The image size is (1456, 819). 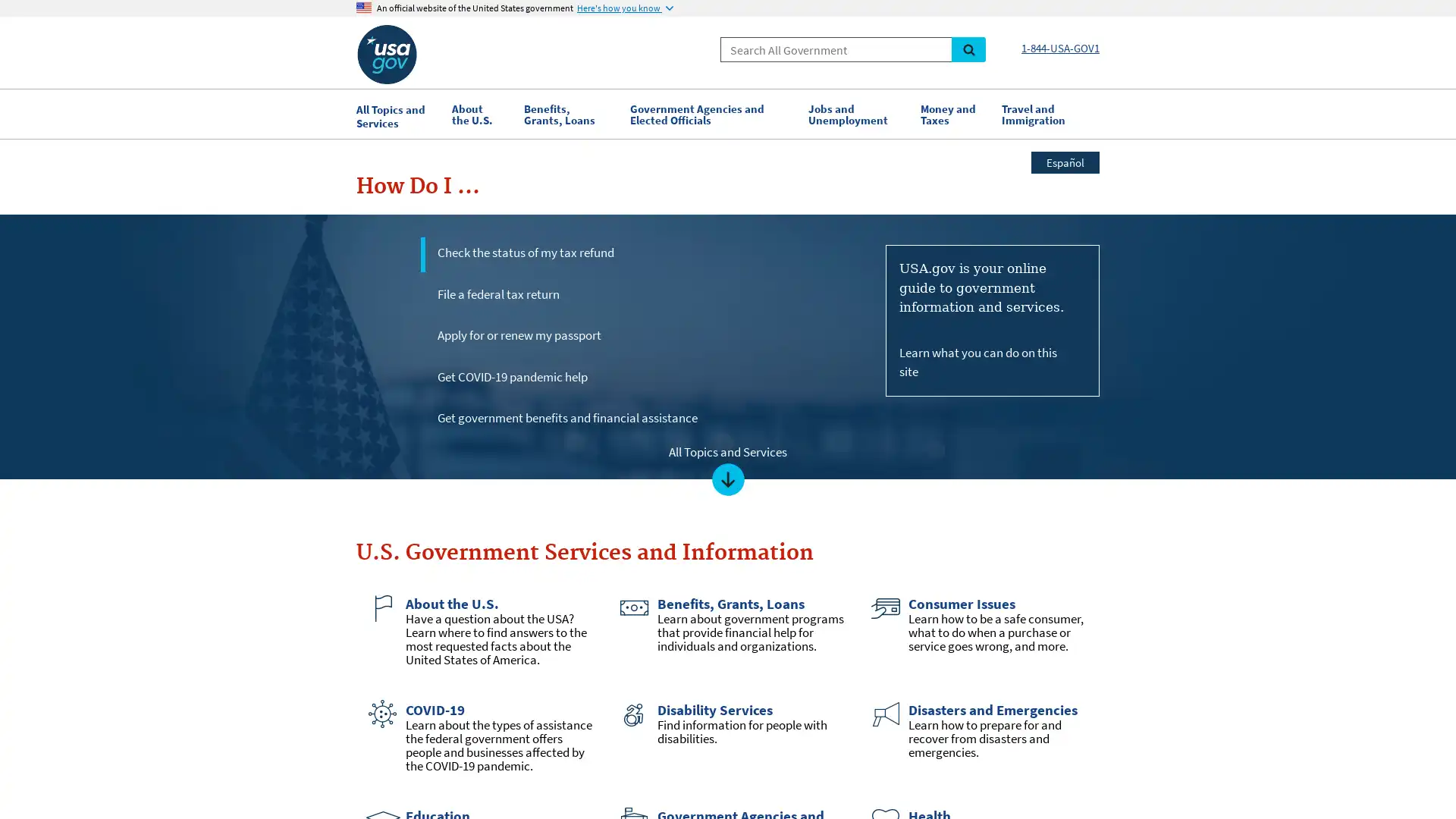 I want to click on Benefits, Grants, Loans, so click(x=568, y=113).